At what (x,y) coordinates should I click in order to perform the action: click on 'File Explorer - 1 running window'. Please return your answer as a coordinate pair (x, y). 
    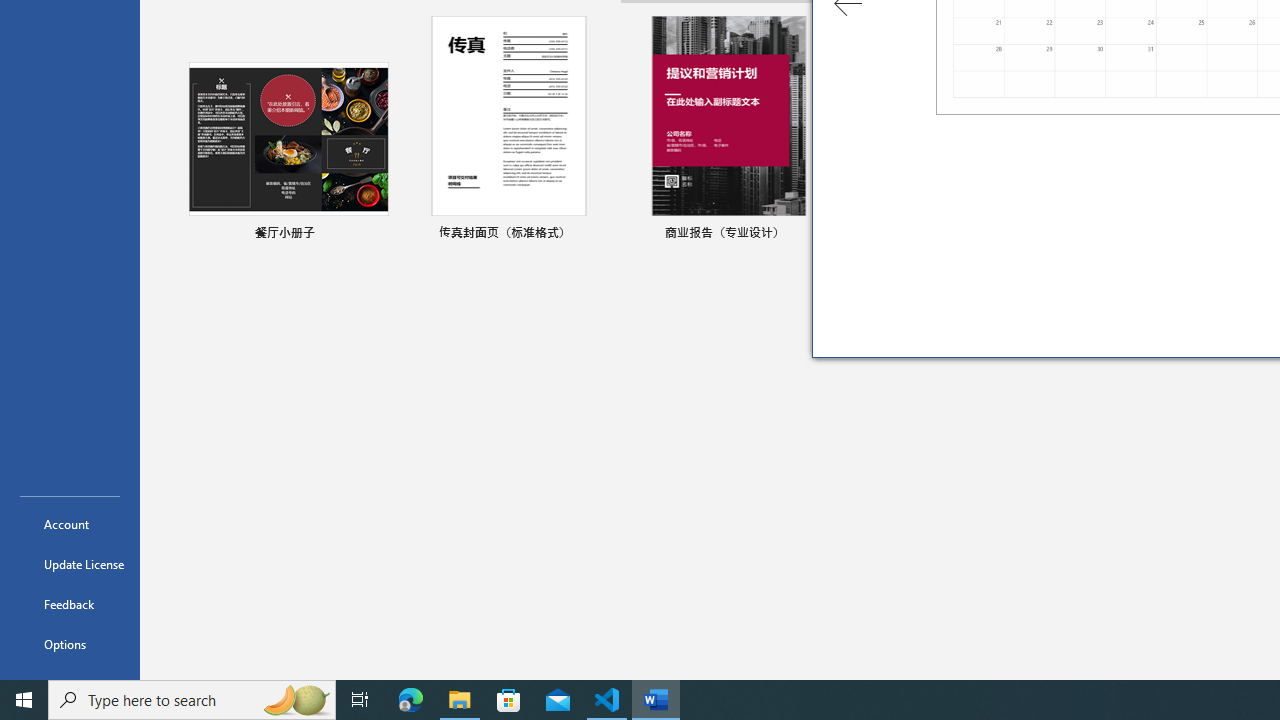
    Looking at the image, I should click on (459, 698).